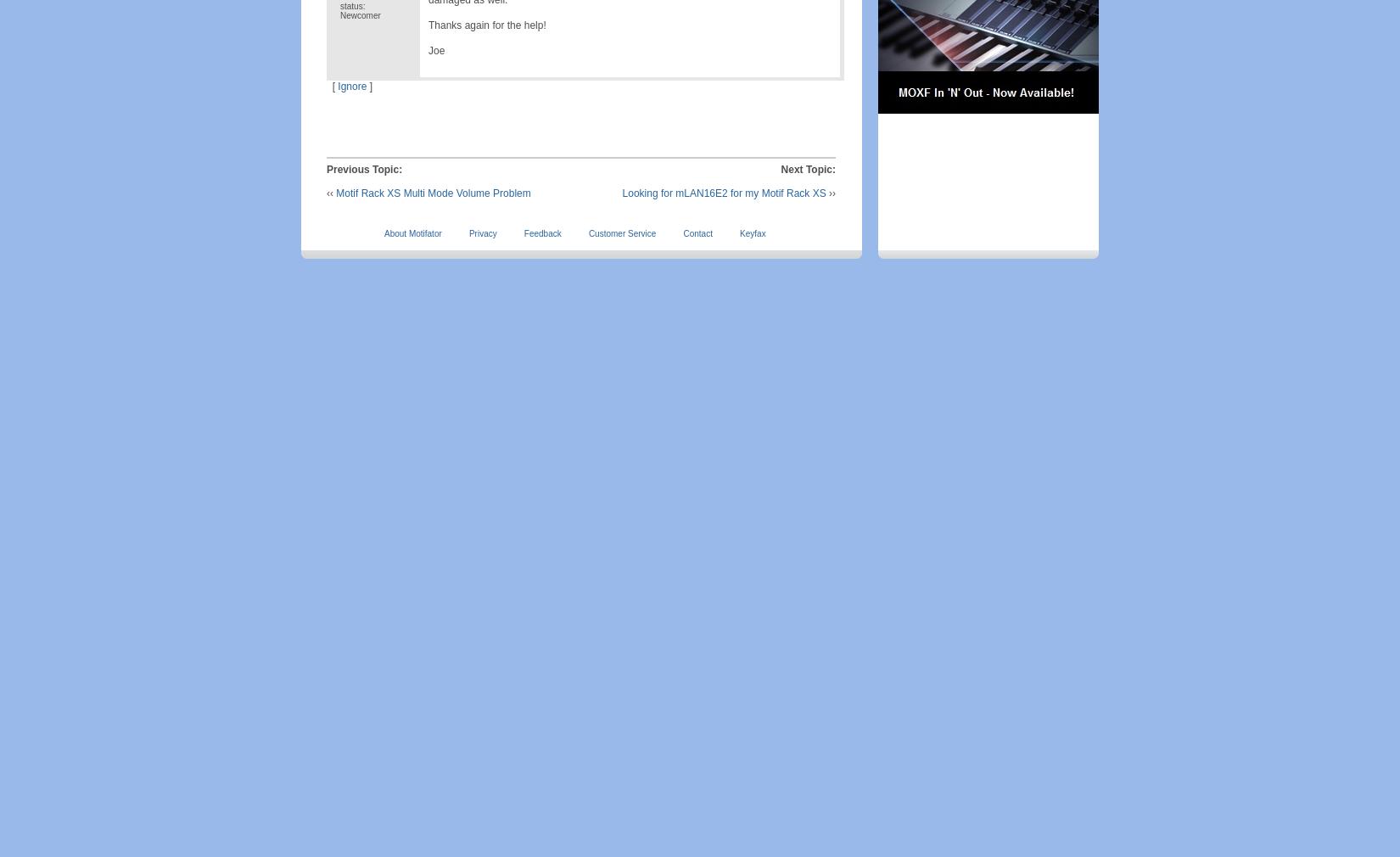  What do you see at coordinates (359, 10) in the screenshot?
I see `'status: Newcomer'` at bounding box center [359, 10].